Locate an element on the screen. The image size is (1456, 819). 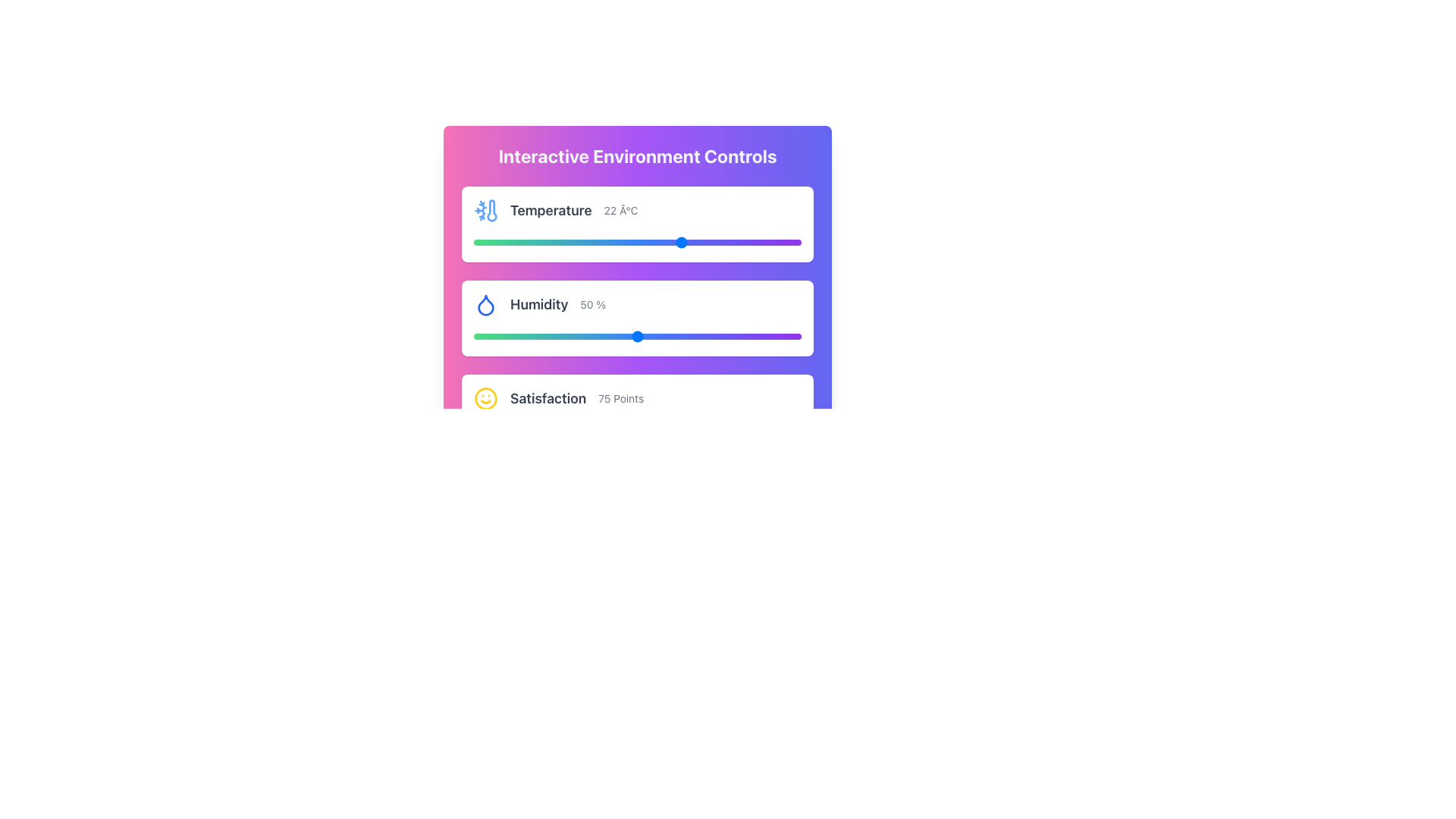
the slider is located at coordinates (551, 242).